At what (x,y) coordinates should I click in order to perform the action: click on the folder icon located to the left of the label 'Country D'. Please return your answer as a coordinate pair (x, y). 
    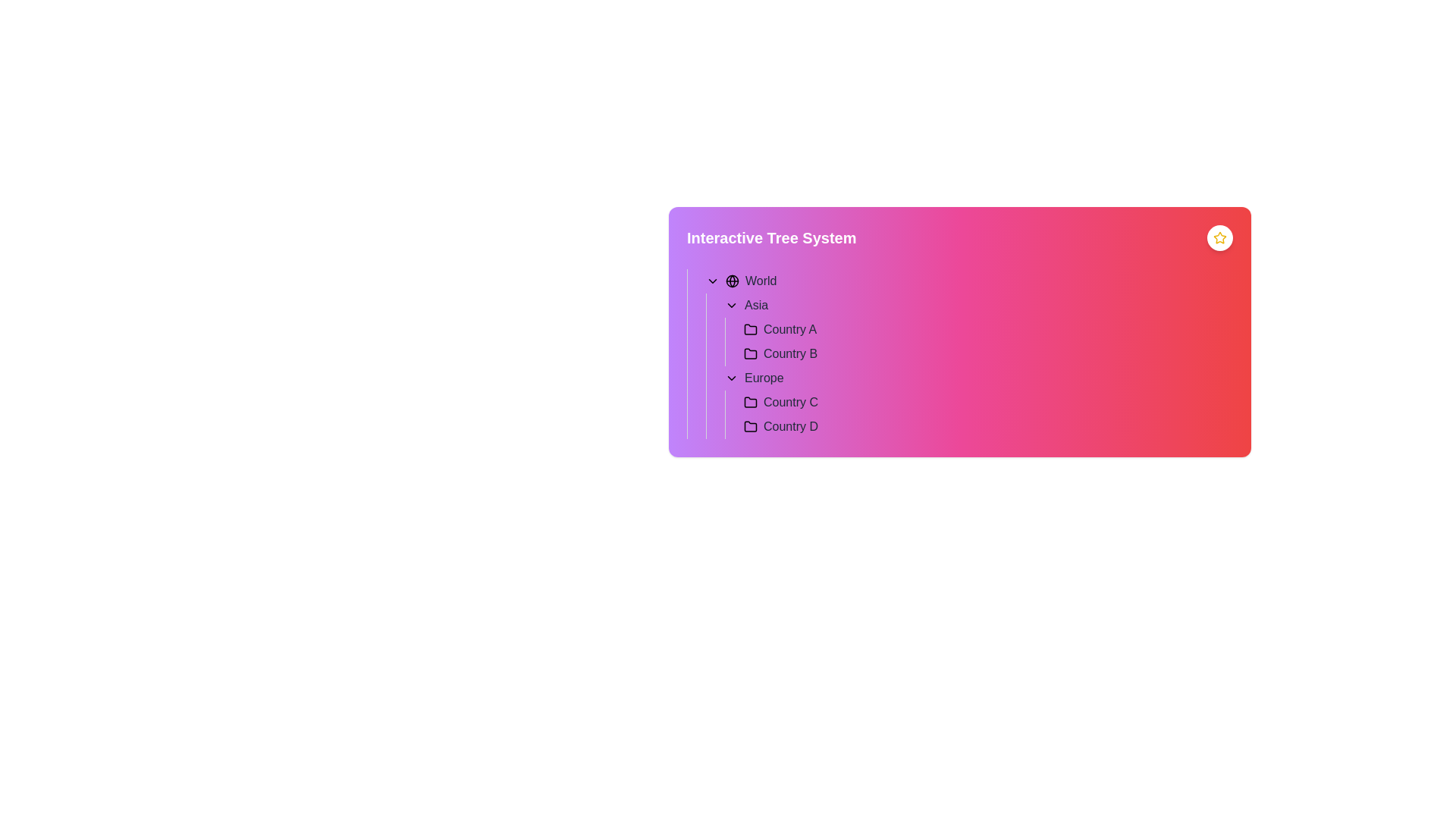
    Looking at the image, I should click on (750, 427).